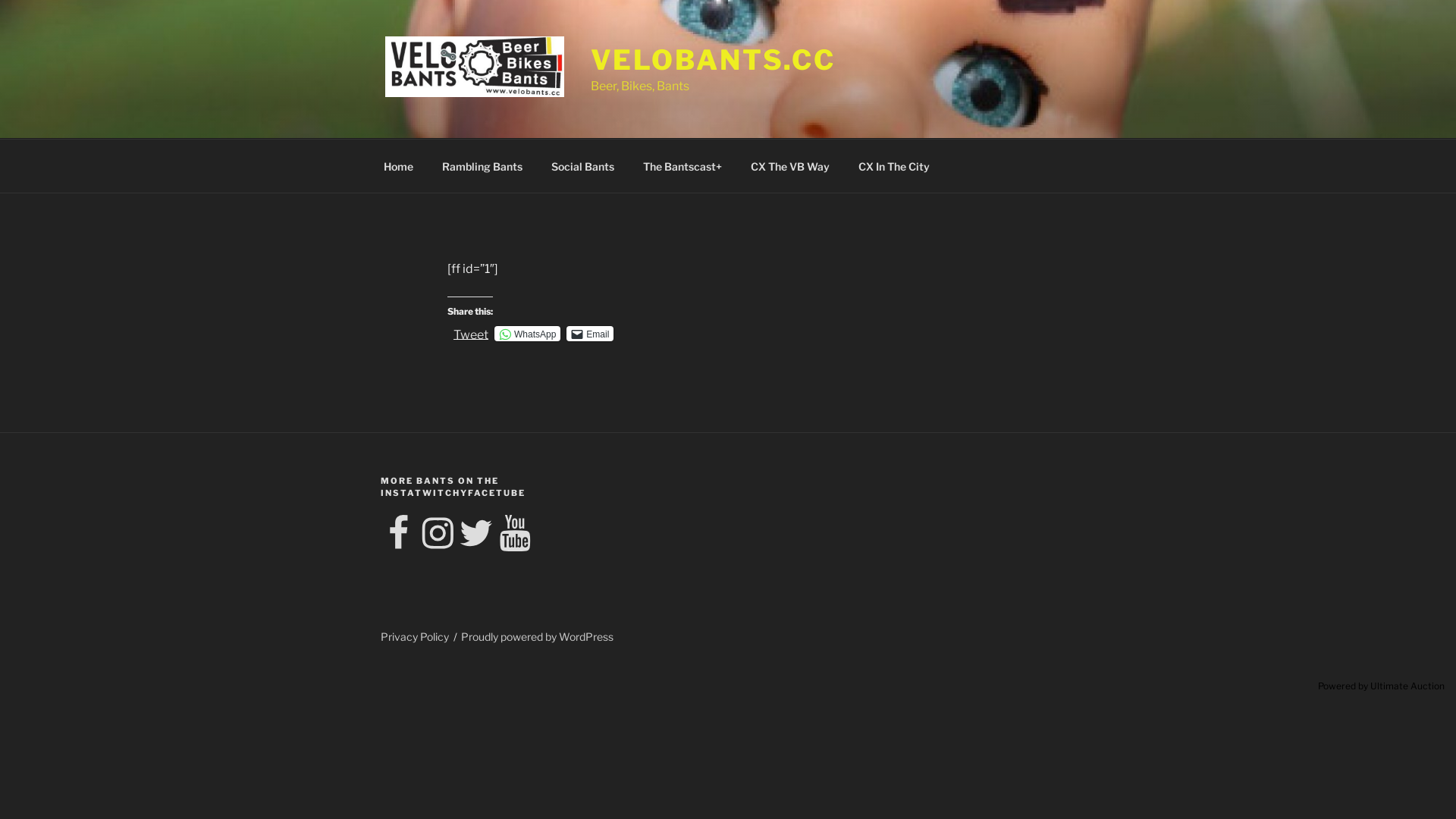 The width and height of the screenshot is (1456, 819). Describe the element at coordinates (481, 165) in the screenshot. I see `'Rambling Bants'` at that location.